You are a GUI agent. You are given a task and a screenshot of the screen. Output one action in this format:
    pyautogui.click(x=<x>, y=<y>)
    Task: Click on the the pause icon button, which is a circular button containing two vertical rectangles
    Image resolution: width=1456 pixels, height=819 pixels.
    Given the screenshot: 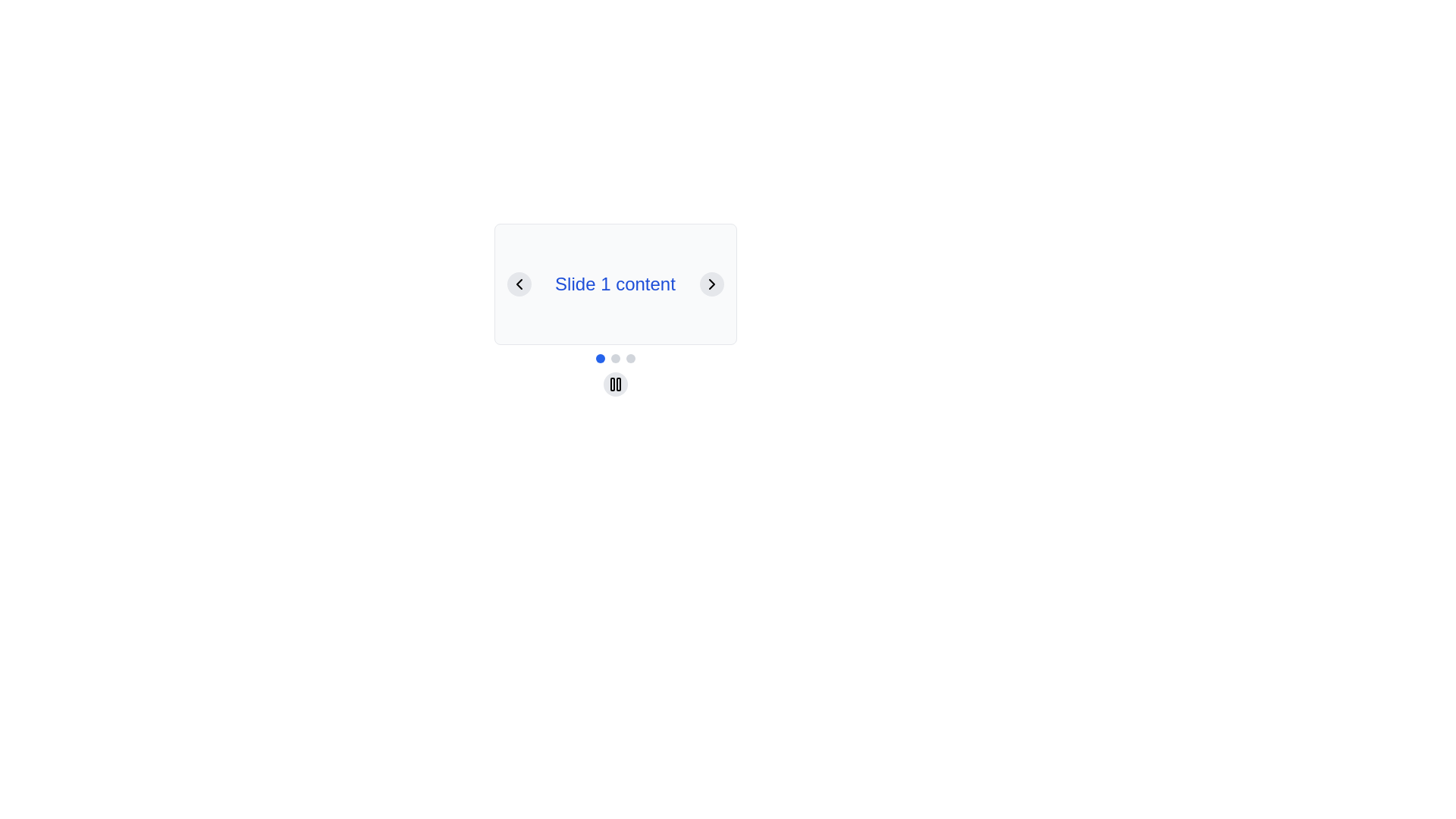 What is the action you would take?
    pyautogui.click(x=615, y=383)
    